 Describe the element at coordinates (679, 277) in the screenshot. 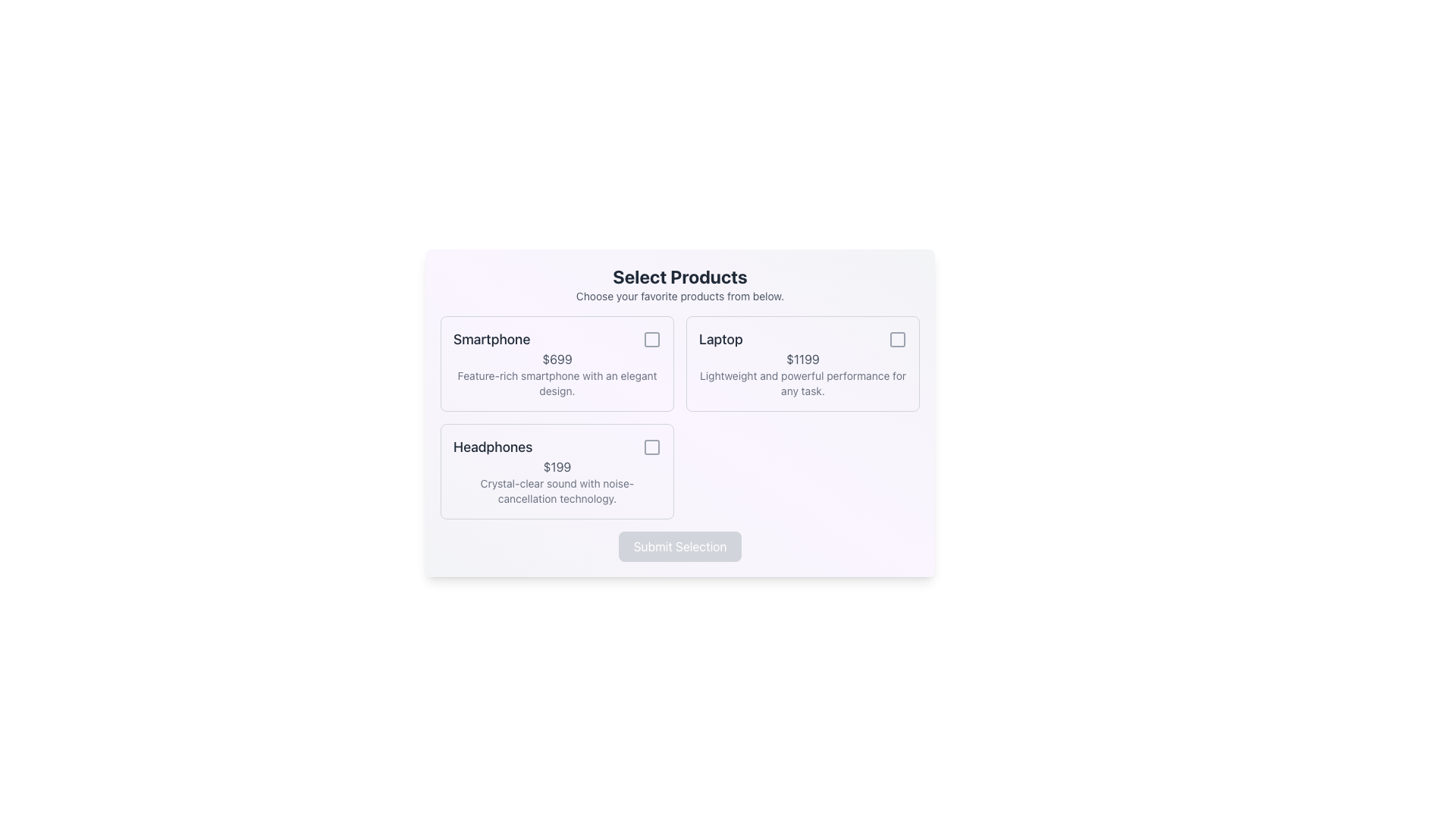

I see `text content of the bold and large-sized label reading 'Select Products', which is centrally aligned at the upper part of the section` at that location.